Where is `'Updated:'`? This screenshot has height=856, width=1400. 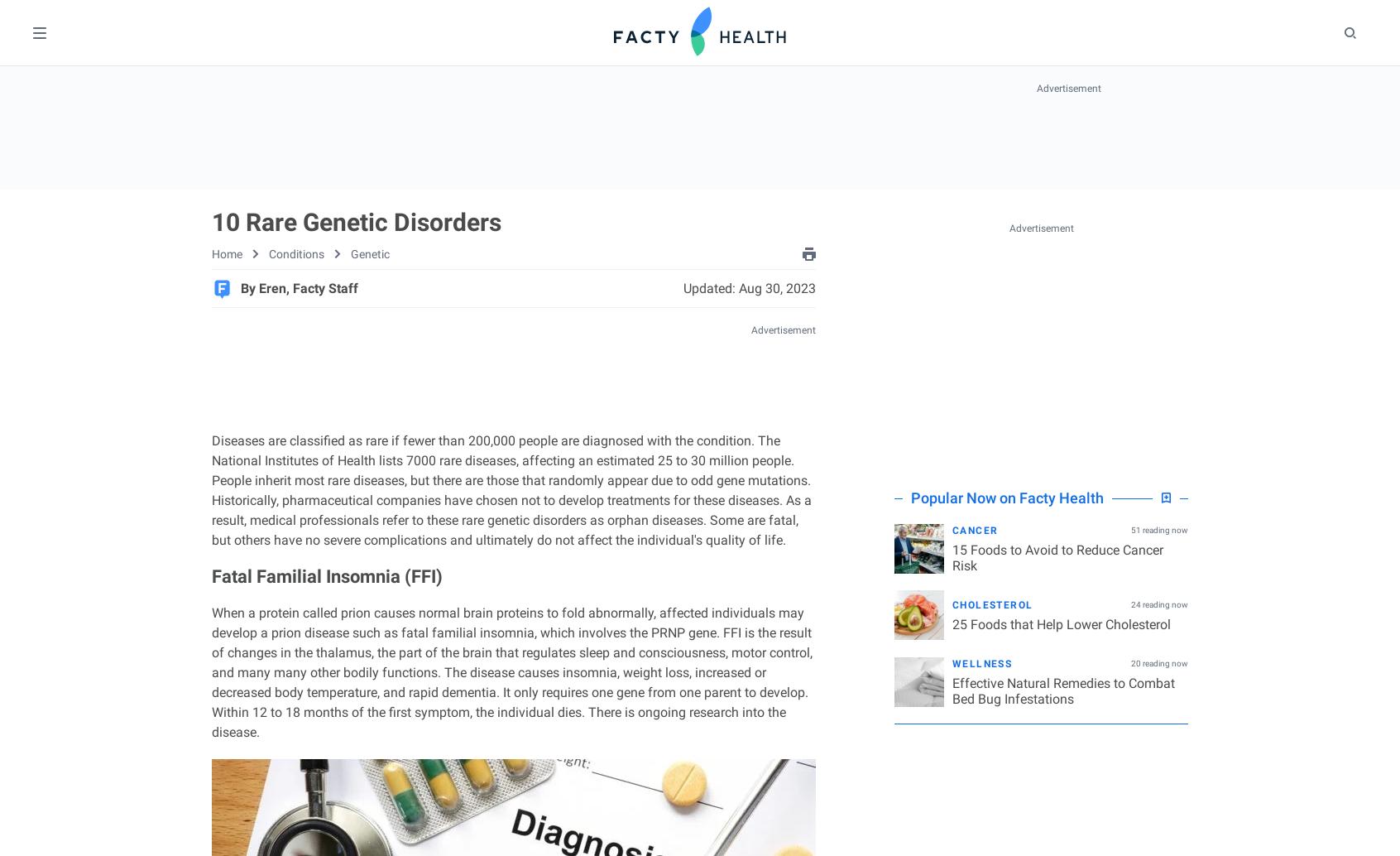
'Updated:' is located at coordinates (710, 286).